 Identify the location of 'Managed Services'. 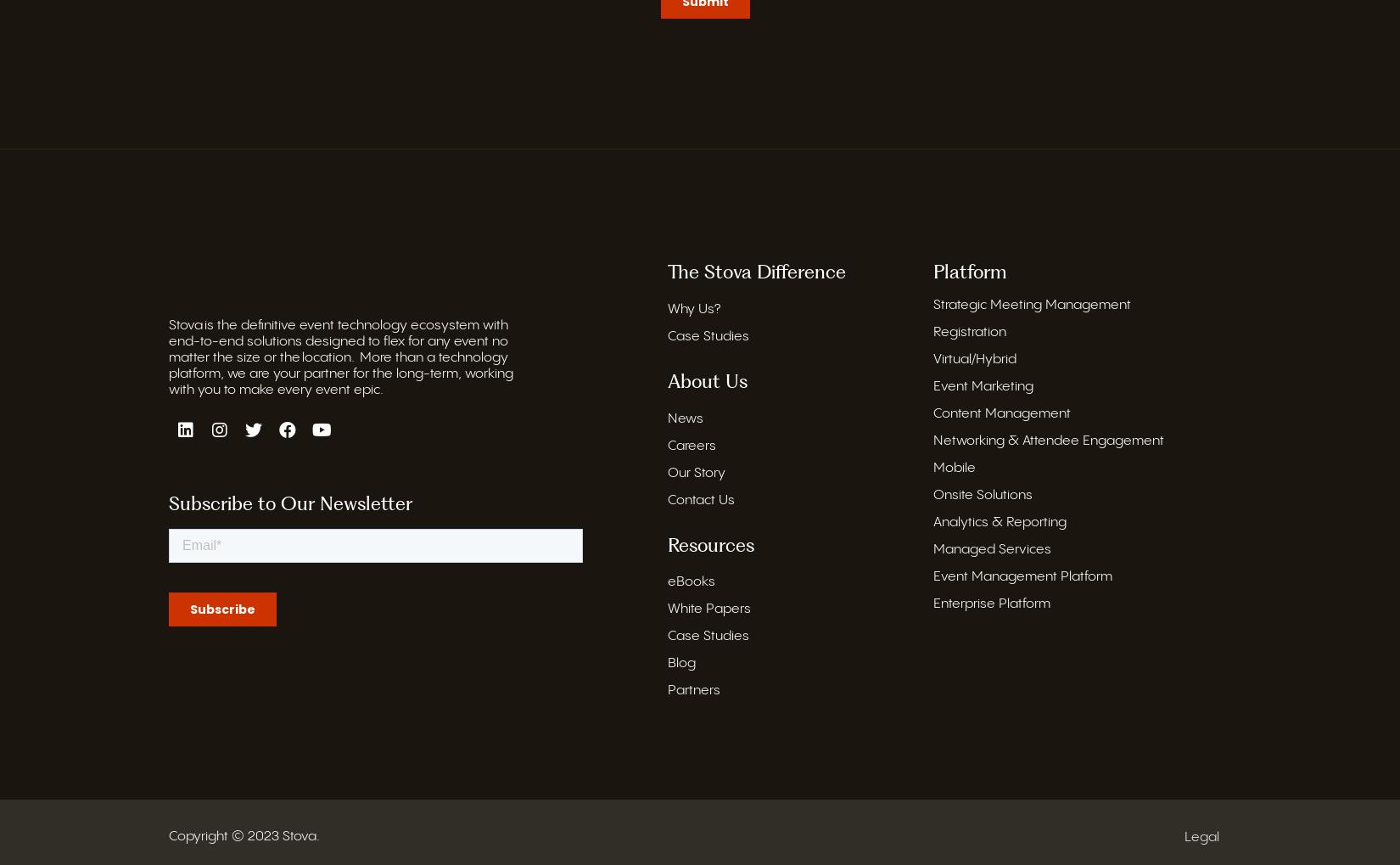
(933, 549).